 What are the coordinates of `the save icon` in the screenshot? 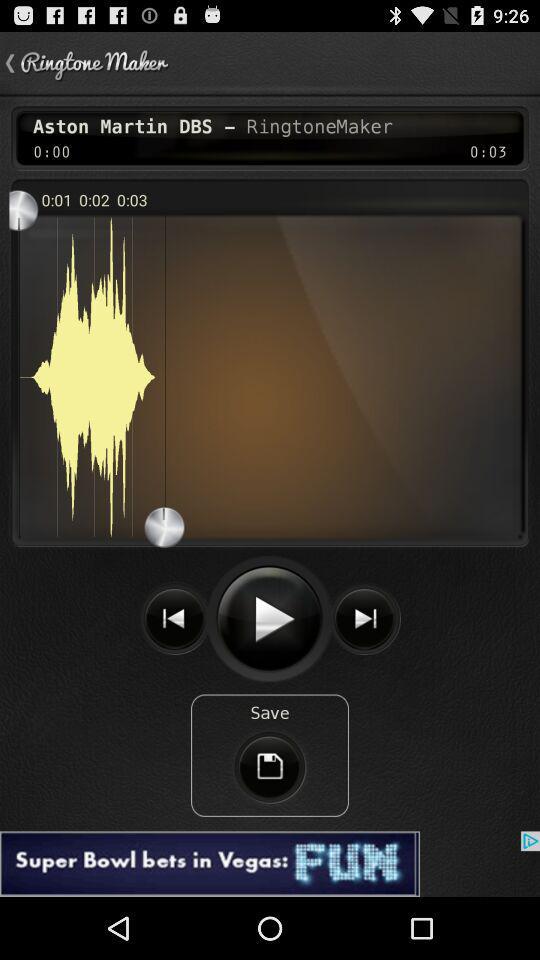 It's located at (270, 821).